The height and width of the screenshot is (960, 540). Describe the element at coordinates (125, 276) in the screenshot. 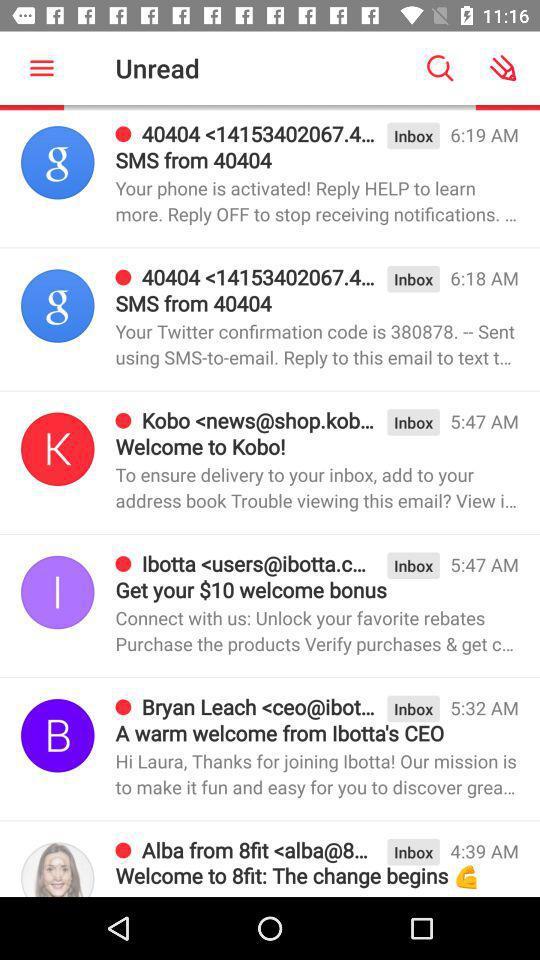

I see `the 2nd circular shaped red dot on the web page` at that location.